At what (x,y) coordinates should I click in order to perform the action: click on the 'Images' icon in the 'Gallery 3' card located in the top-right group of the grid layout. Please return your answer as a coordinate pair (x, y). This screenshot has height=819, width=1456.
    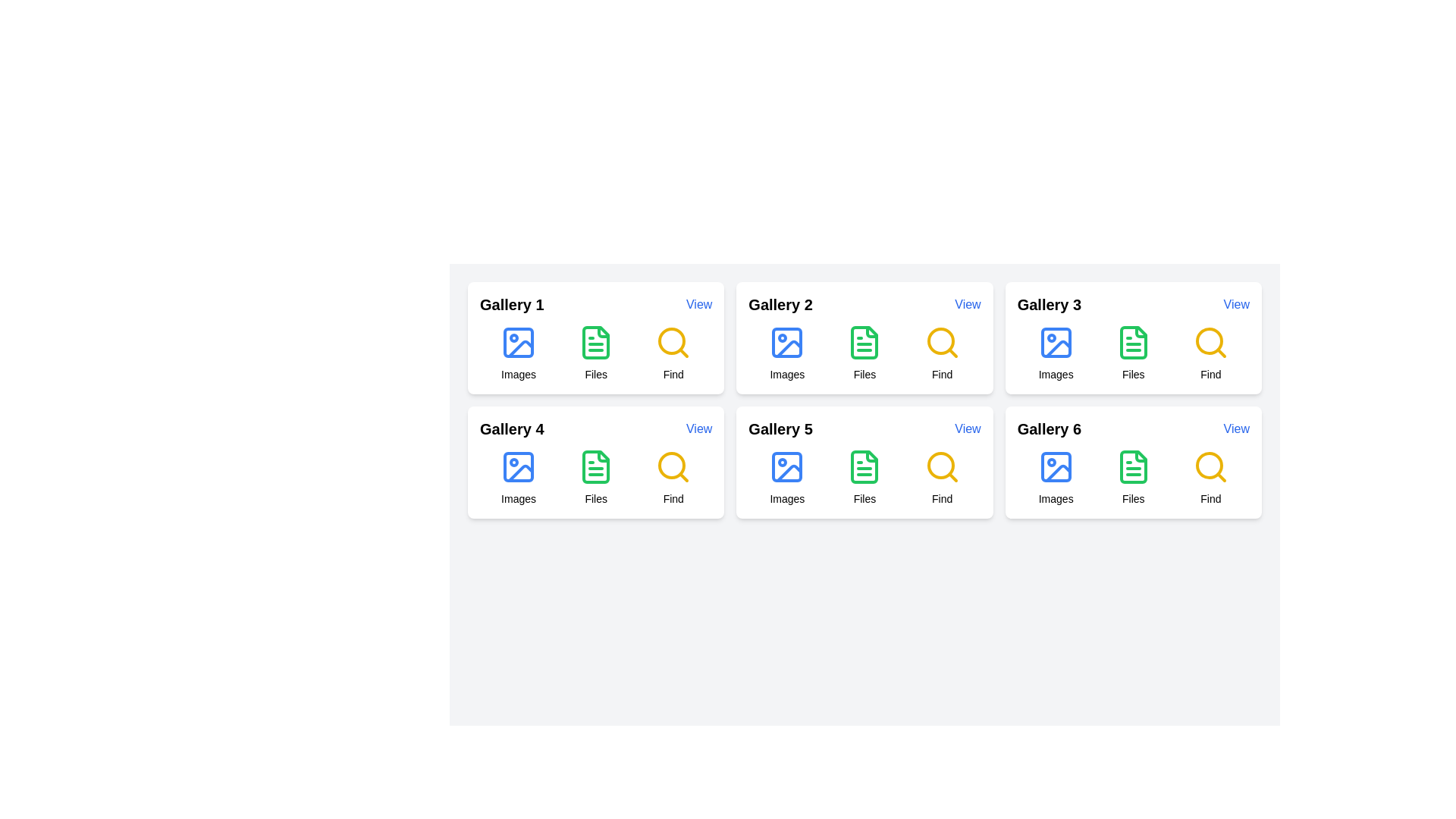
    Looking at the image, I should click on (1055, 353).